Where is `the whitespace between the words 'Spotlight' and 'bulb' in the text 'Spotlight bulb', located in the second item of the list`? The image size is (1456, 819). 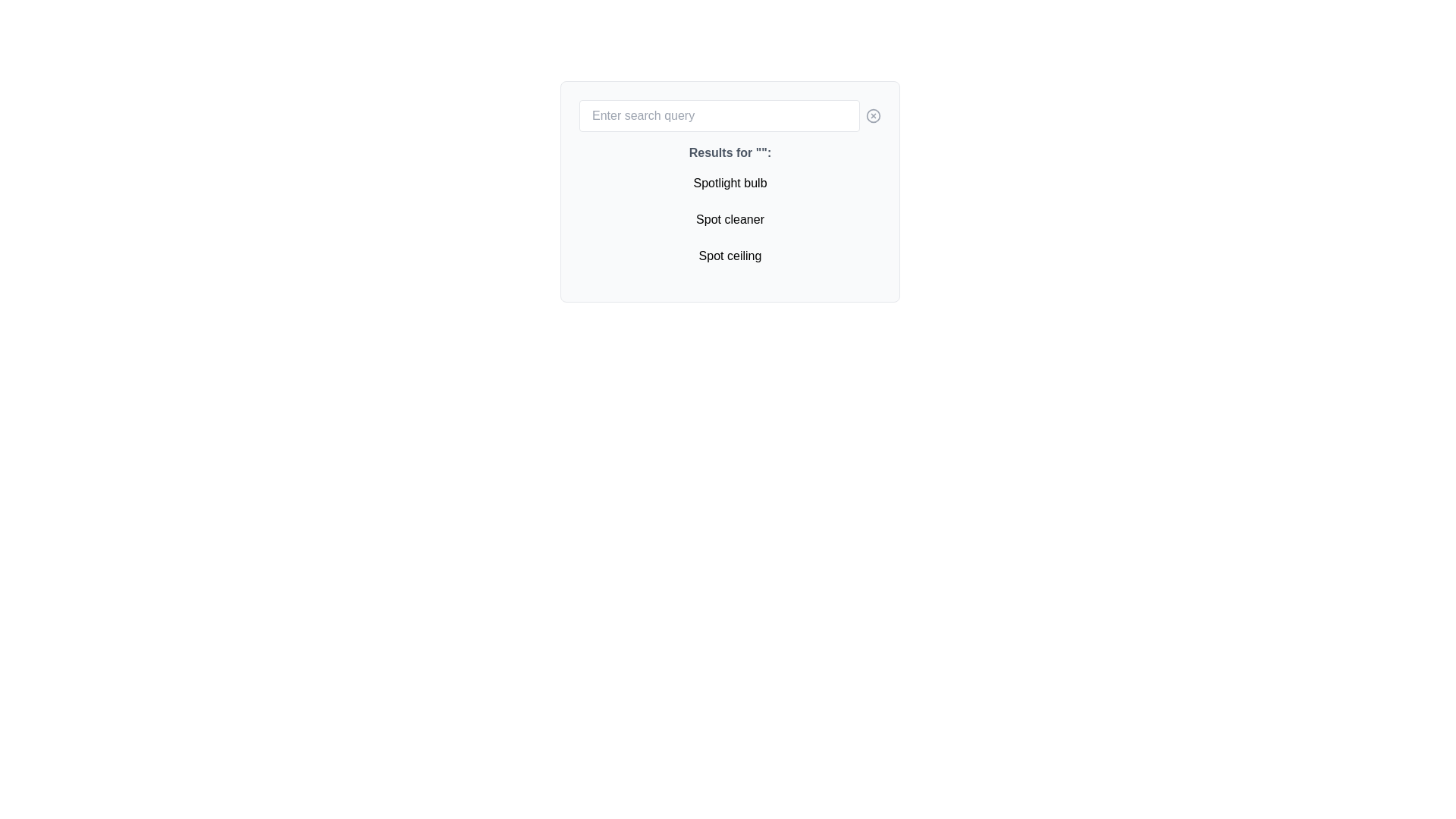
the whitespace between the words 'Spotlight' and 'bulb' in the text 'Spotlight bulb', located in the second item of the list is located at coordinates (742, 182).